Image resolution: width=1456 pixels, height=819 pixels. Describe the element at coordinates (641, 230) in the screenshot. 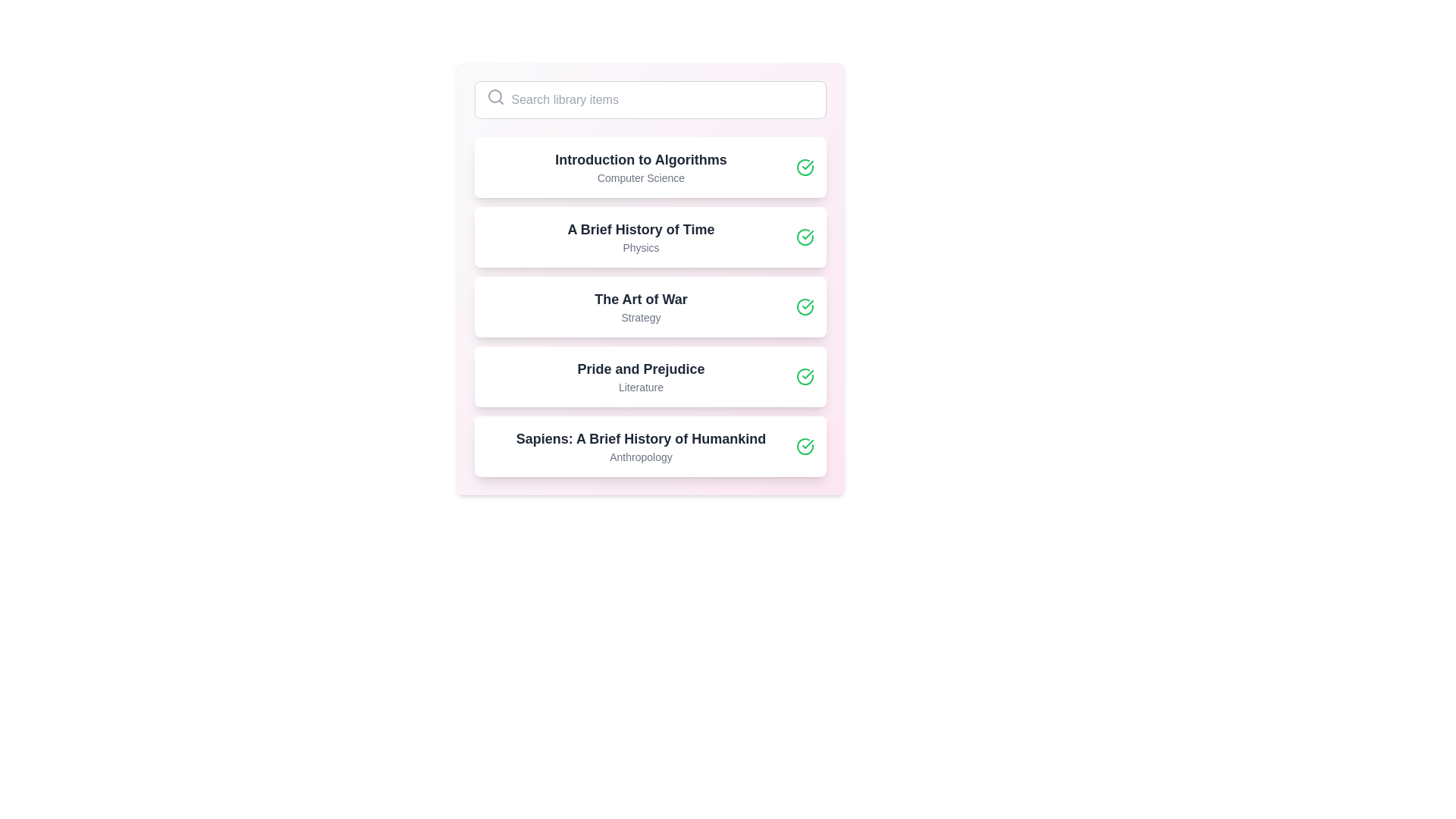

I see `the text label displaying 'A Brief History of Time', which is prominently styled in bold dark gray above the text 'Physics' in the second card of a vertical list` at that location.